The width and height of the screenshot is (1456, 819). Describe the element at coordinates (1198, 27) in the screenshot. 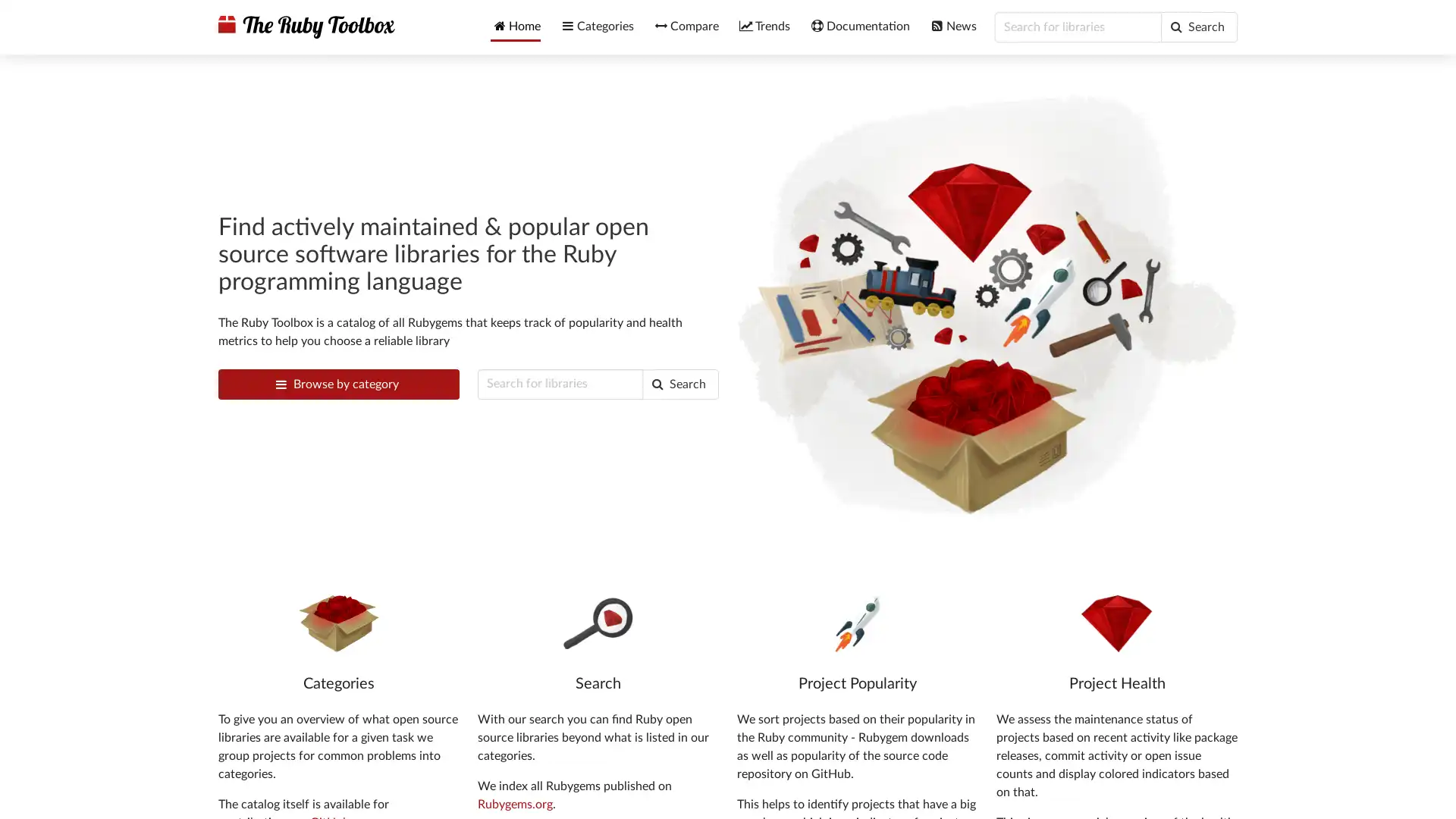

I see `Search` at that location.